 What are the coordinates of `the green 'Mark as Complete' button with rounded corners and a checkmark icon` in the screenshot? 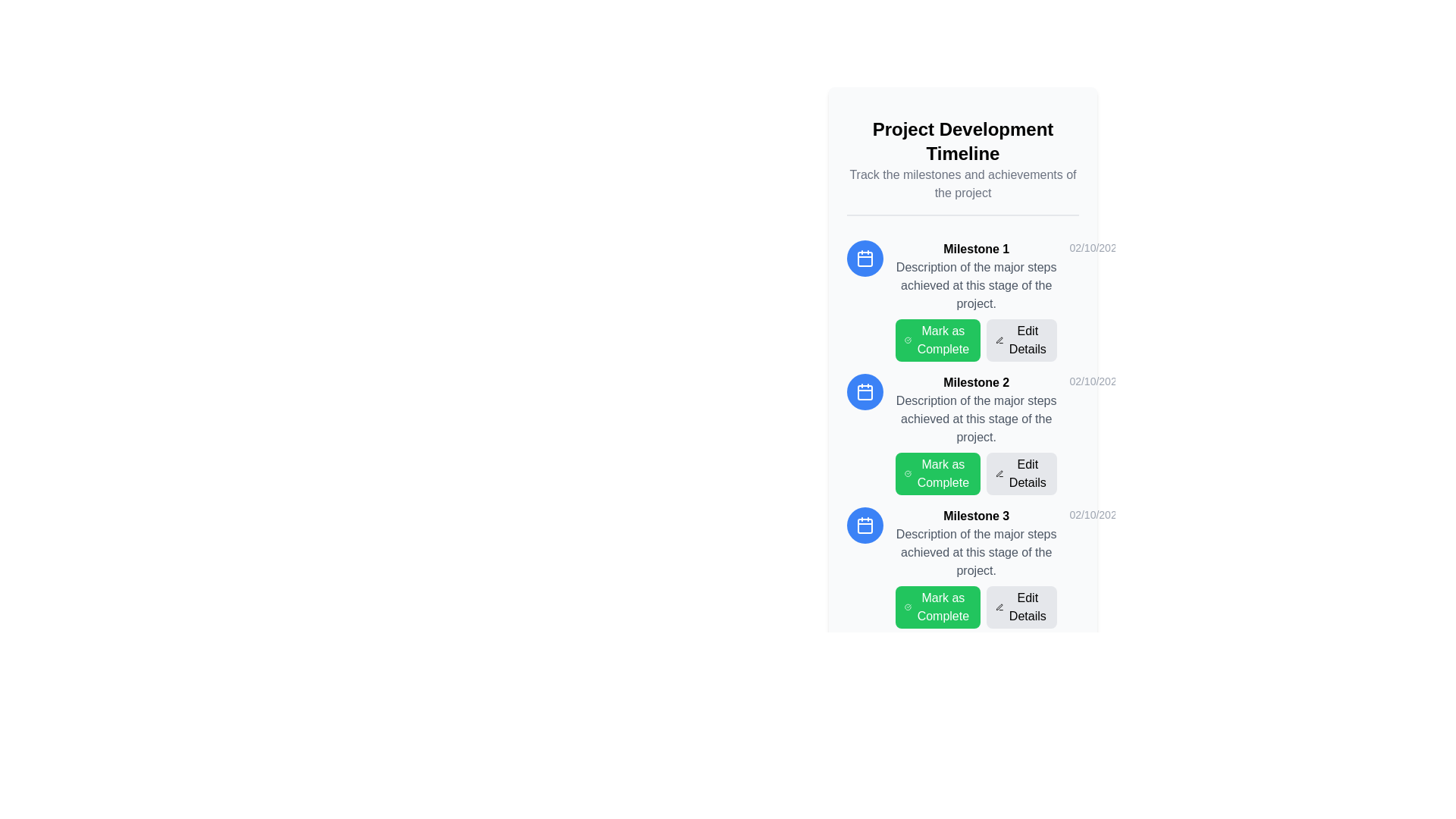 It's located at (937, 339).